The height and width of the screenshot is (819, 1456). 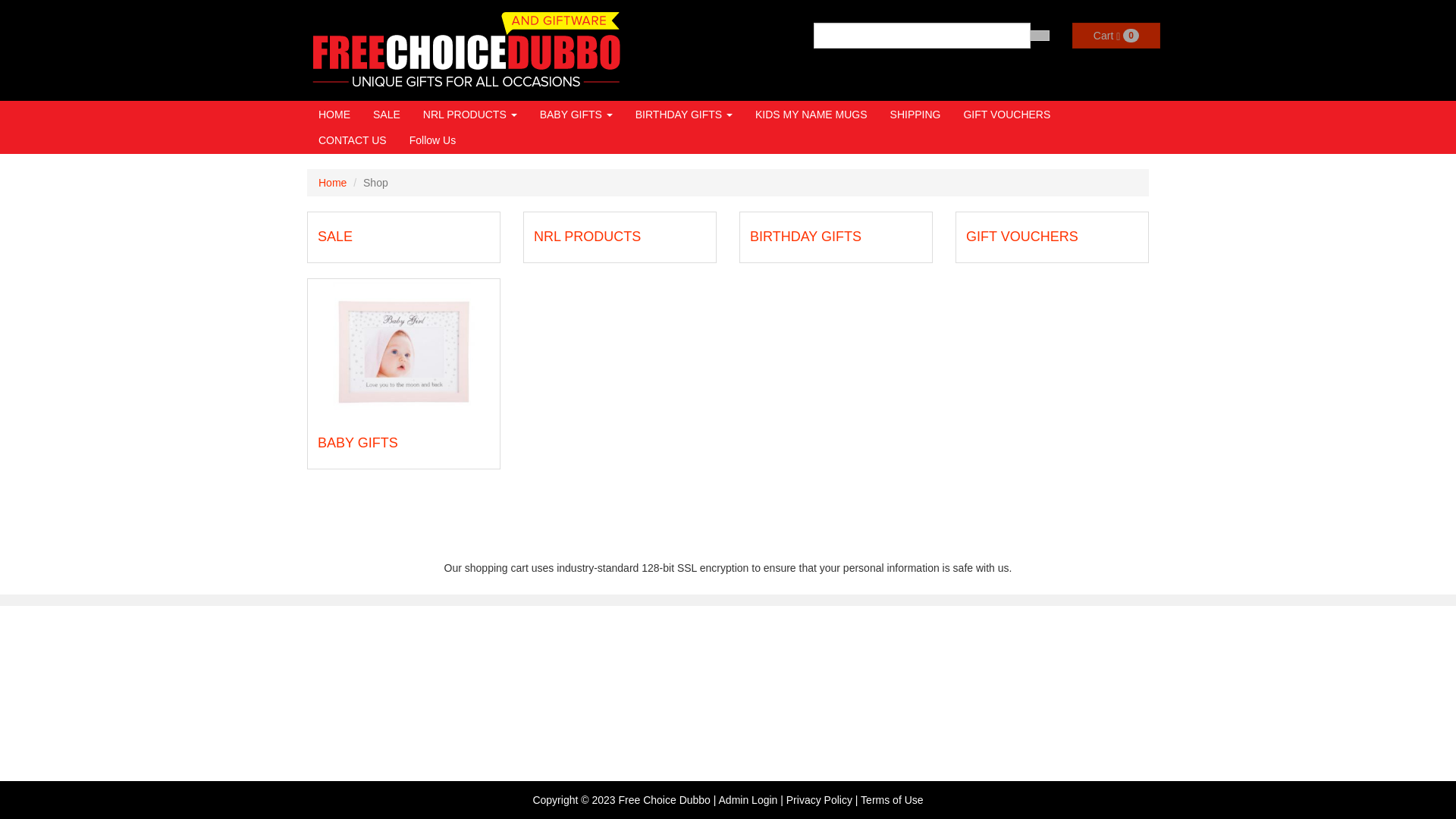 What do you see at coordinates (915, 113) in the screenshot?
I see `'SHIPPING'` at bounding box center [915, 113].